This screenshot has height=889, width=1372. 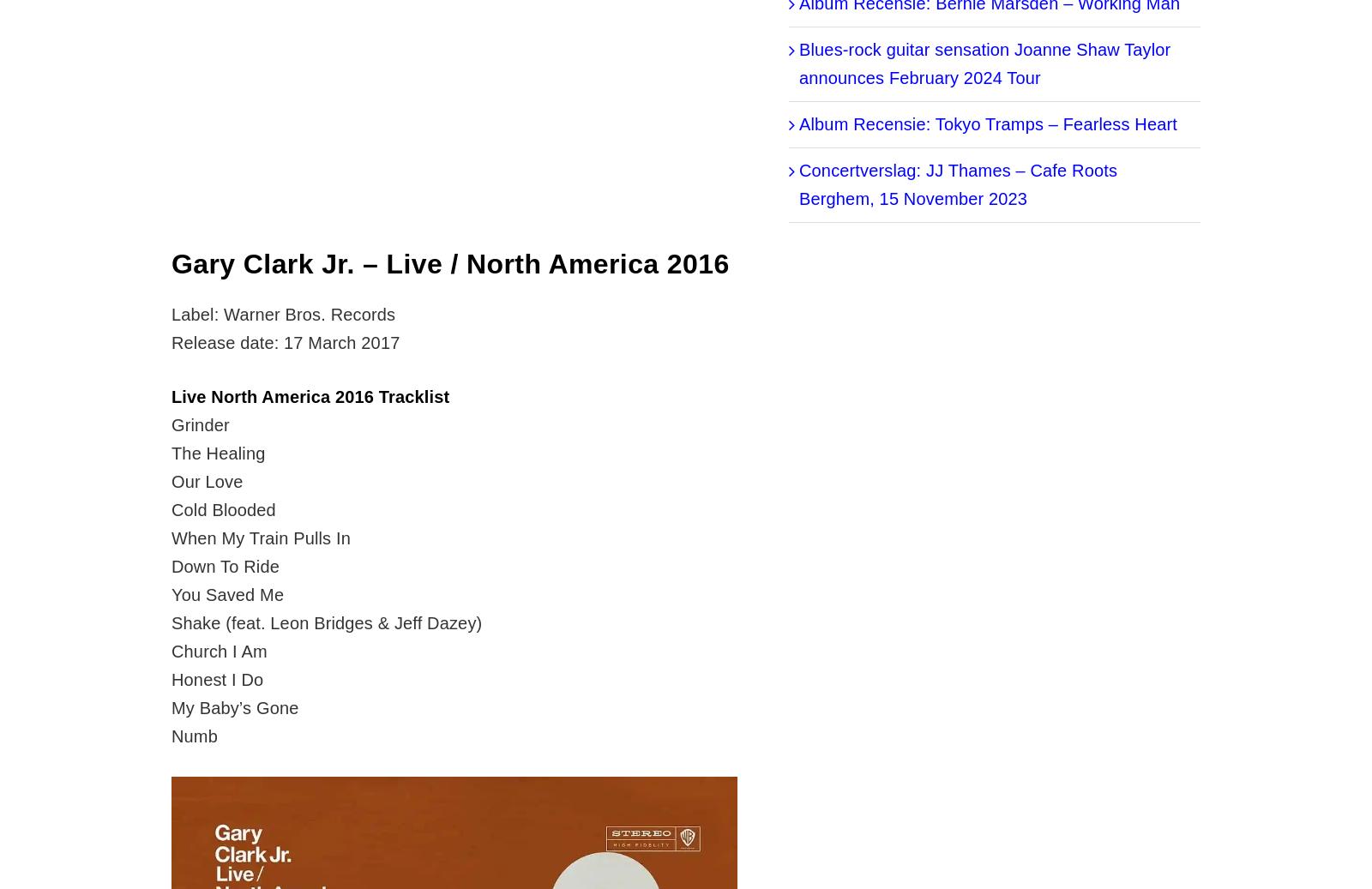 I want to click on 'When My Train Pulls In', so click(x=171, y=538).